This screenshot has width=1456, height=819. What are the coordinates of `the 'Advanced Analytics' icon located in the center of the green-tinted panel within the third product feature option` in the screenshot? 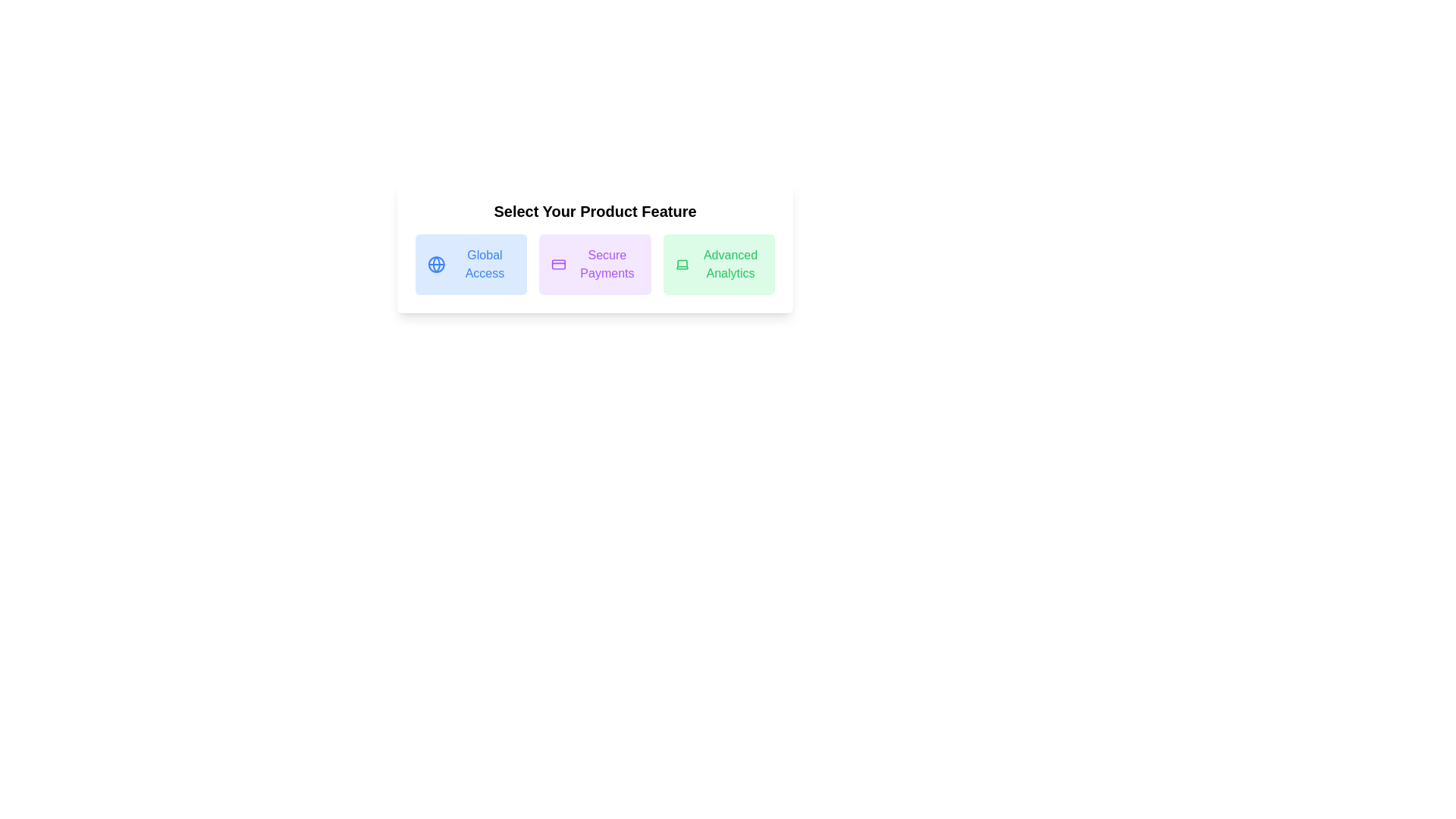 It's located at (681, 263).